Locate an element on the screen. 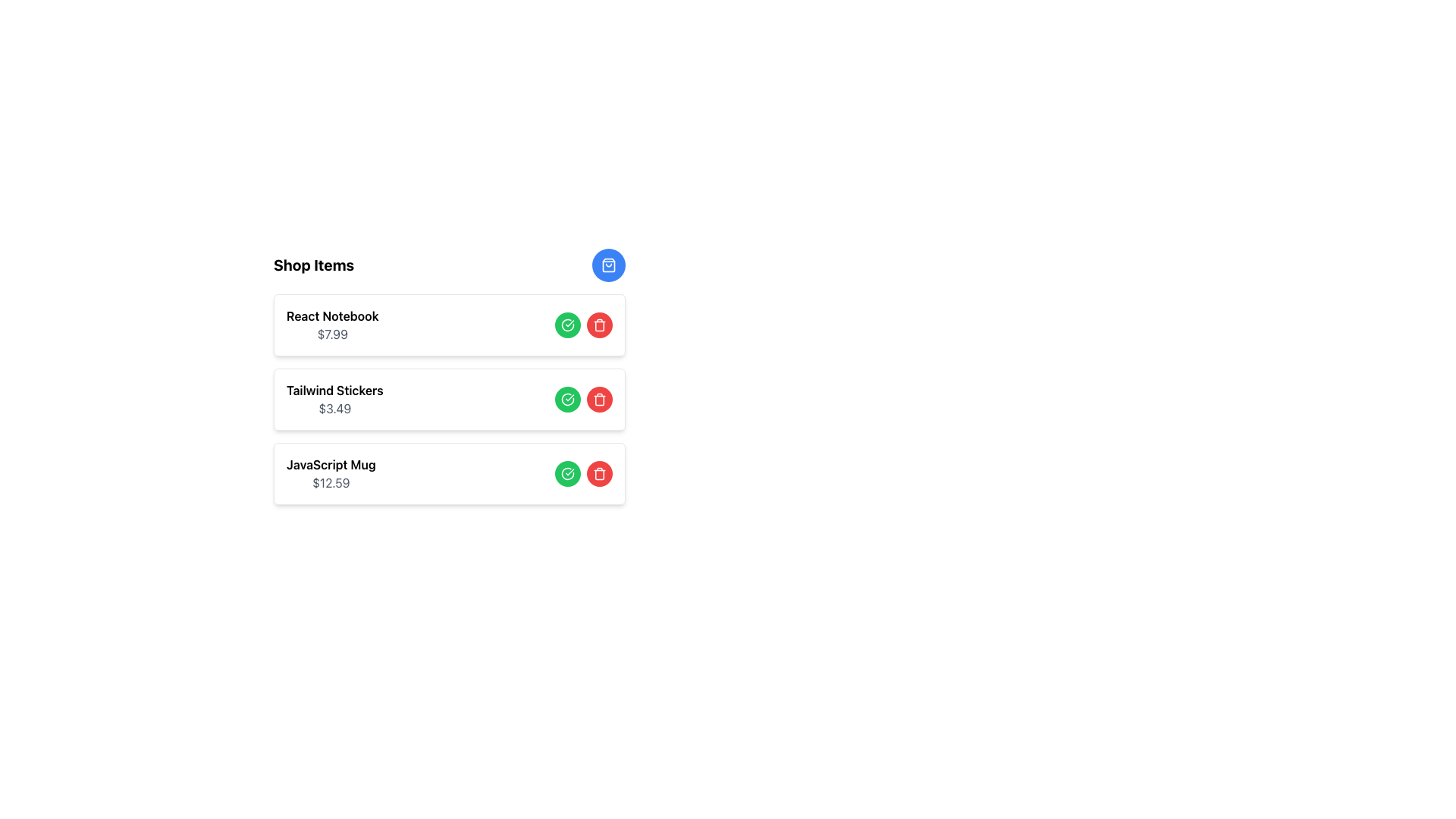  price displayed in gray text '$12.59' located below the 'JavaScript Mug' title in the third item of the 'Shop Items' list is located at coordinates (330, 482).